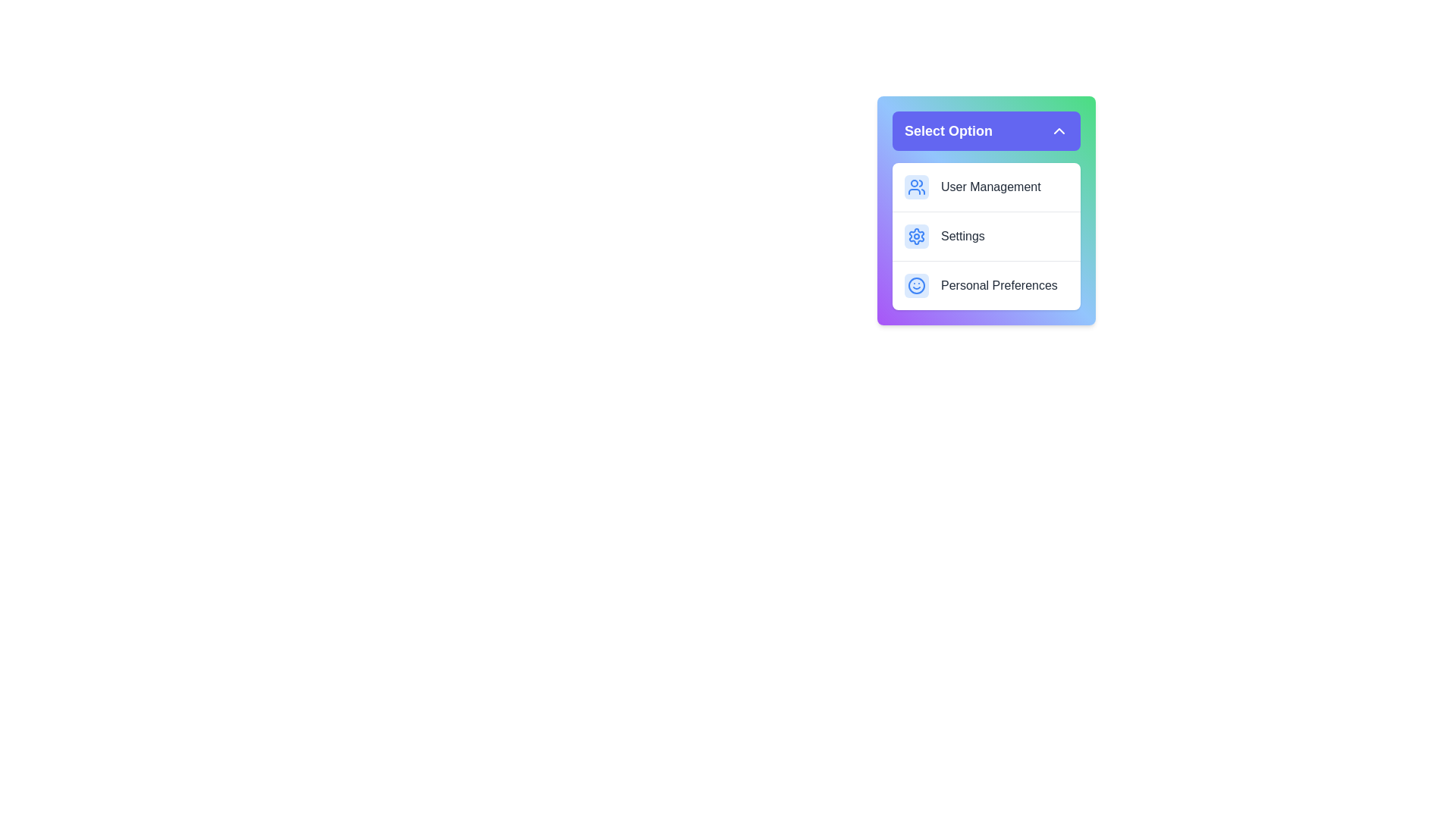 This screenshot has width=1456, height=819. Describe the element at coordinates (916, 286) in the screenshot. I see `the 'Personal Preferences' icon within the dropdown menu, which visually represents the section` at that location.